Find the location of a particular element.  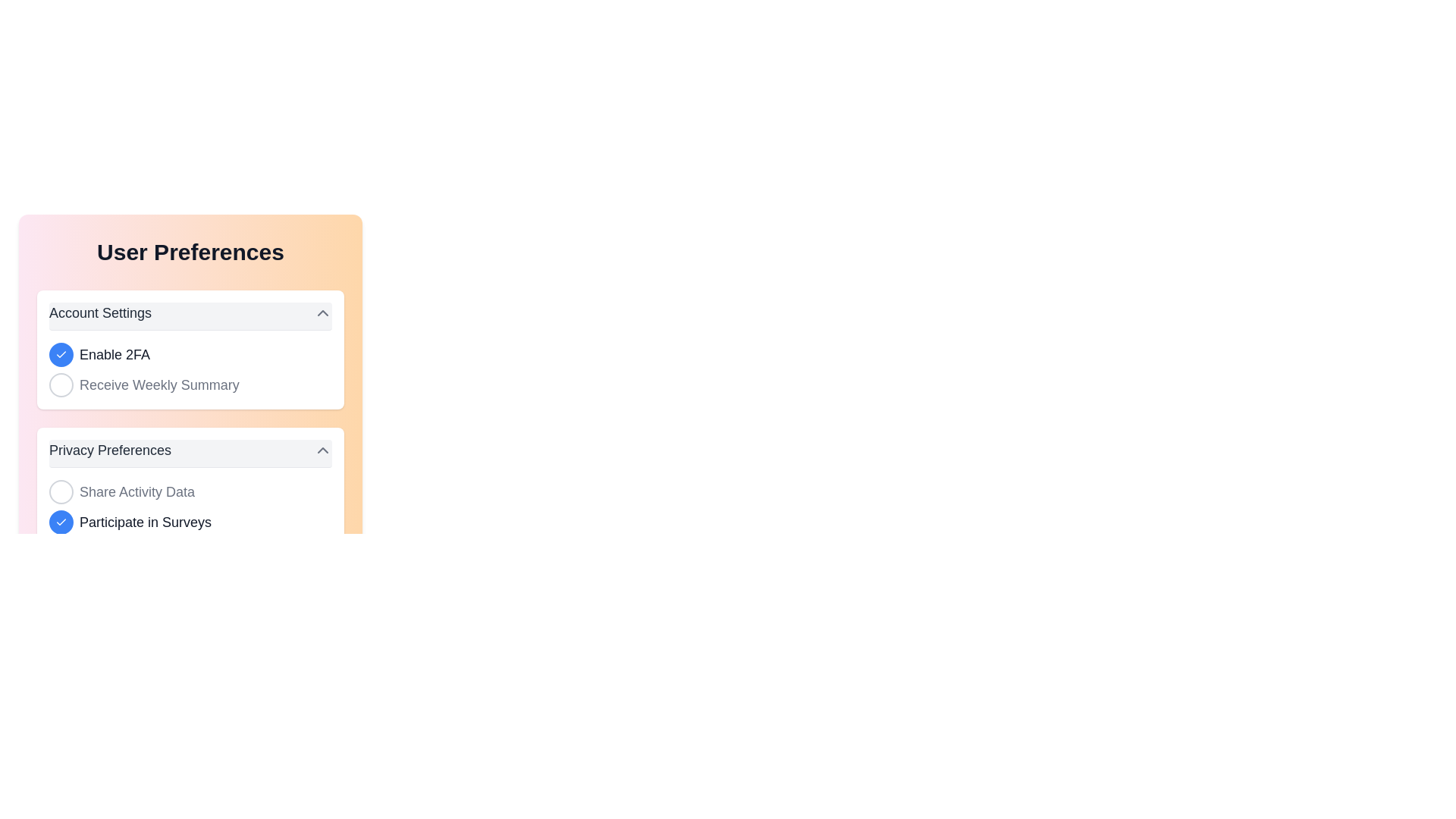

the checkmark icon inside the blue circular button located next to the 'Participate in Surveys' label in the 'Privacy Preferences' section is located at coordinates (61, 522).